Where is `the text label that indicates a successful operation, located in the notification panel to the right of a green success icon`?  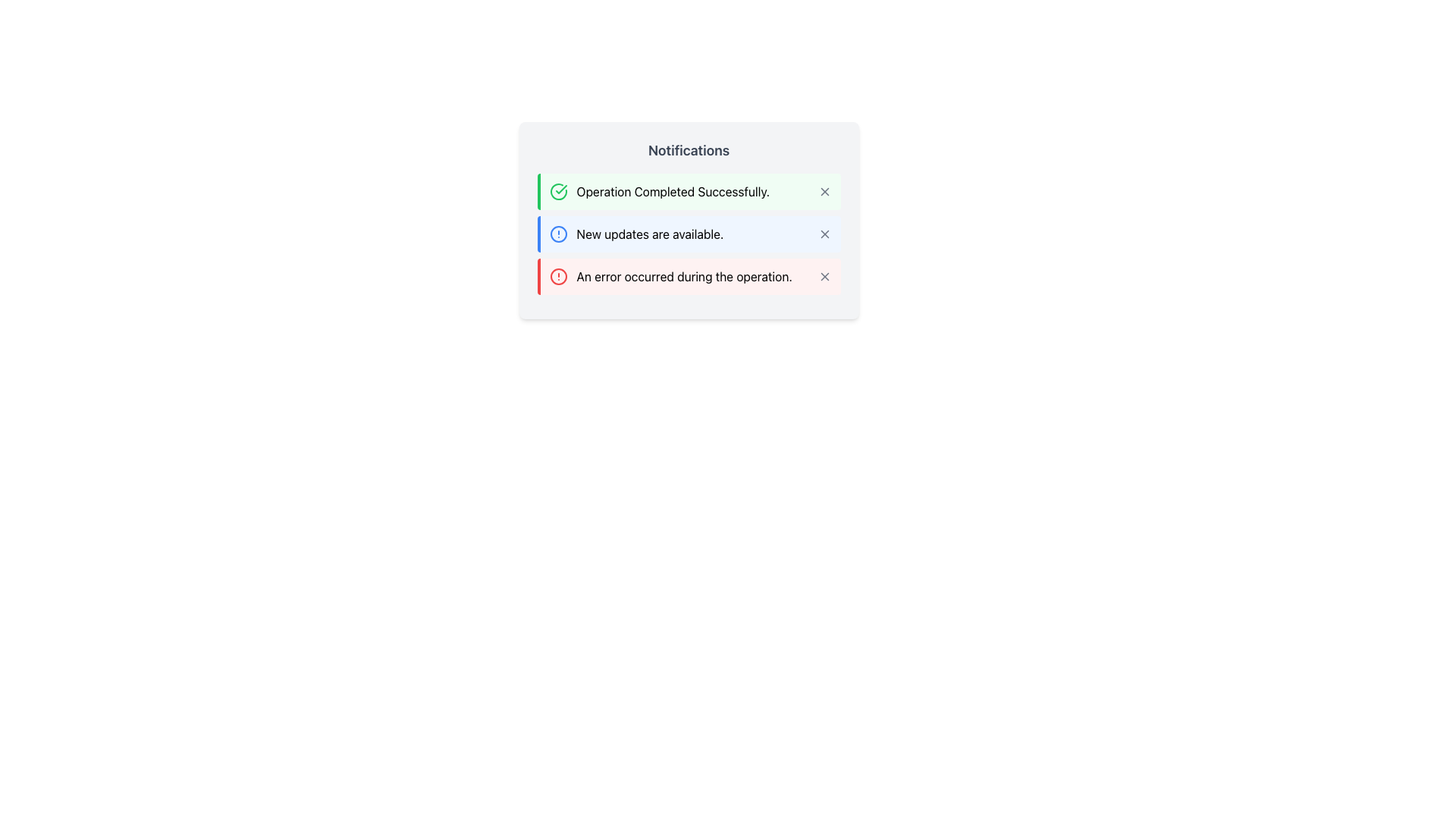
the text label that indicates a successful operation, located in the notification panel to the right of a green success icon is located at coordinates (672, 191).